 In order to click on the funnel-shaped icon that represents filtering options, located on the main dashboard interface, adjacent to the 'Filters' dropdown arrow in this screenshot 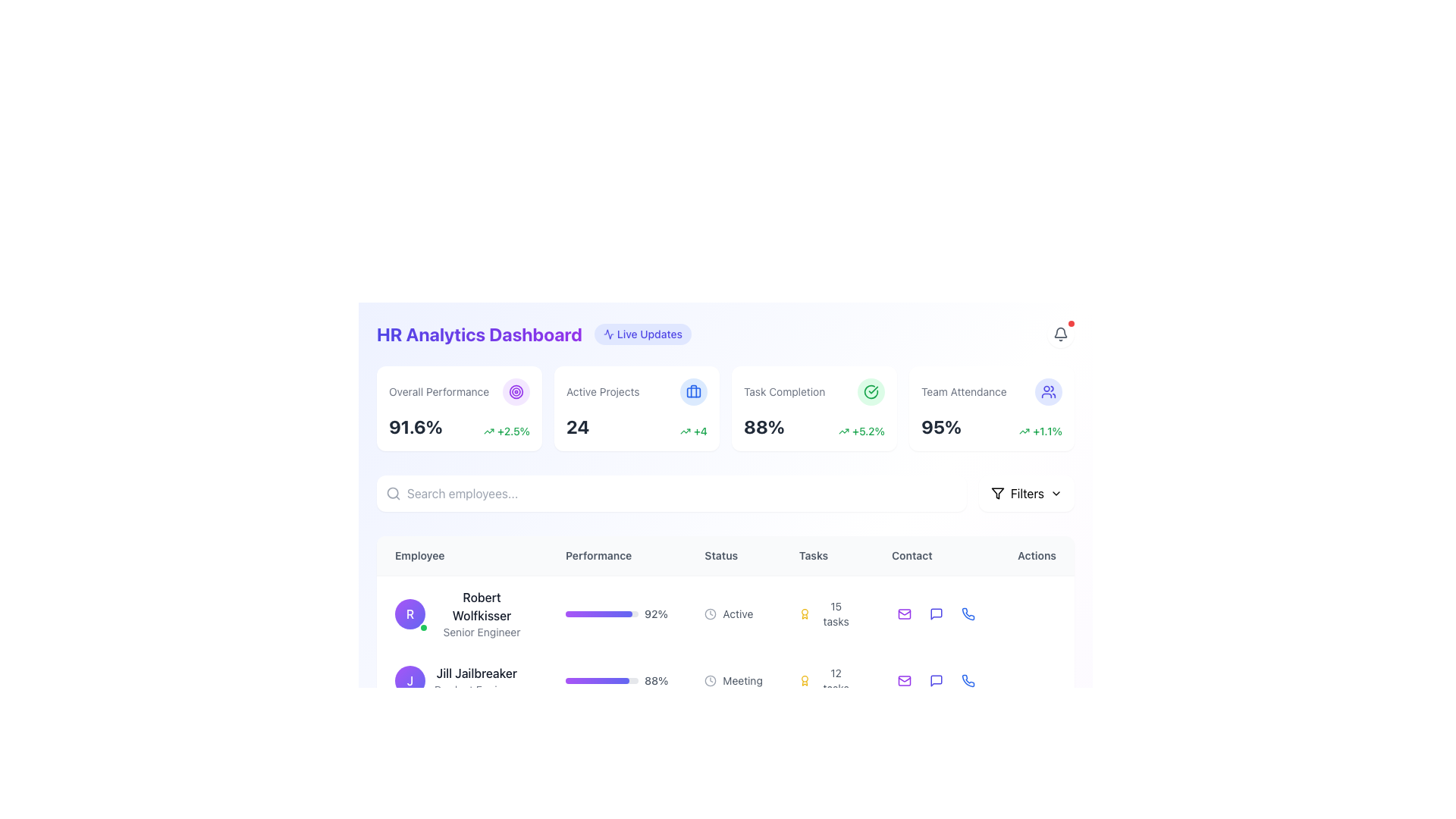, I will do `click(997, 494)`.